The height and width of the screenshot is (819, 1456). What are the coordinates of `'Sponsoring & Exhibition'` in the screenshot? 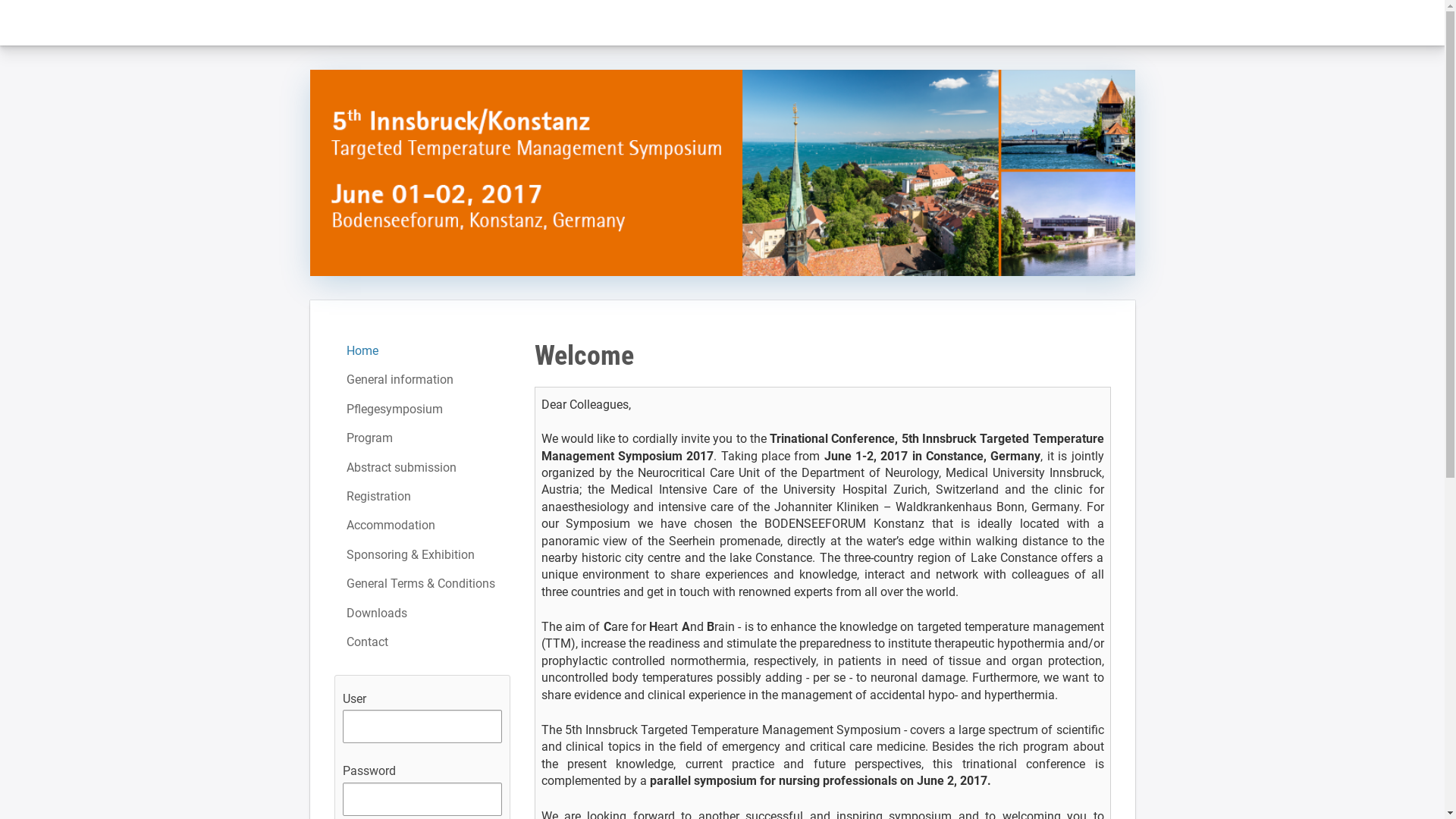 It's located at (422, 555).